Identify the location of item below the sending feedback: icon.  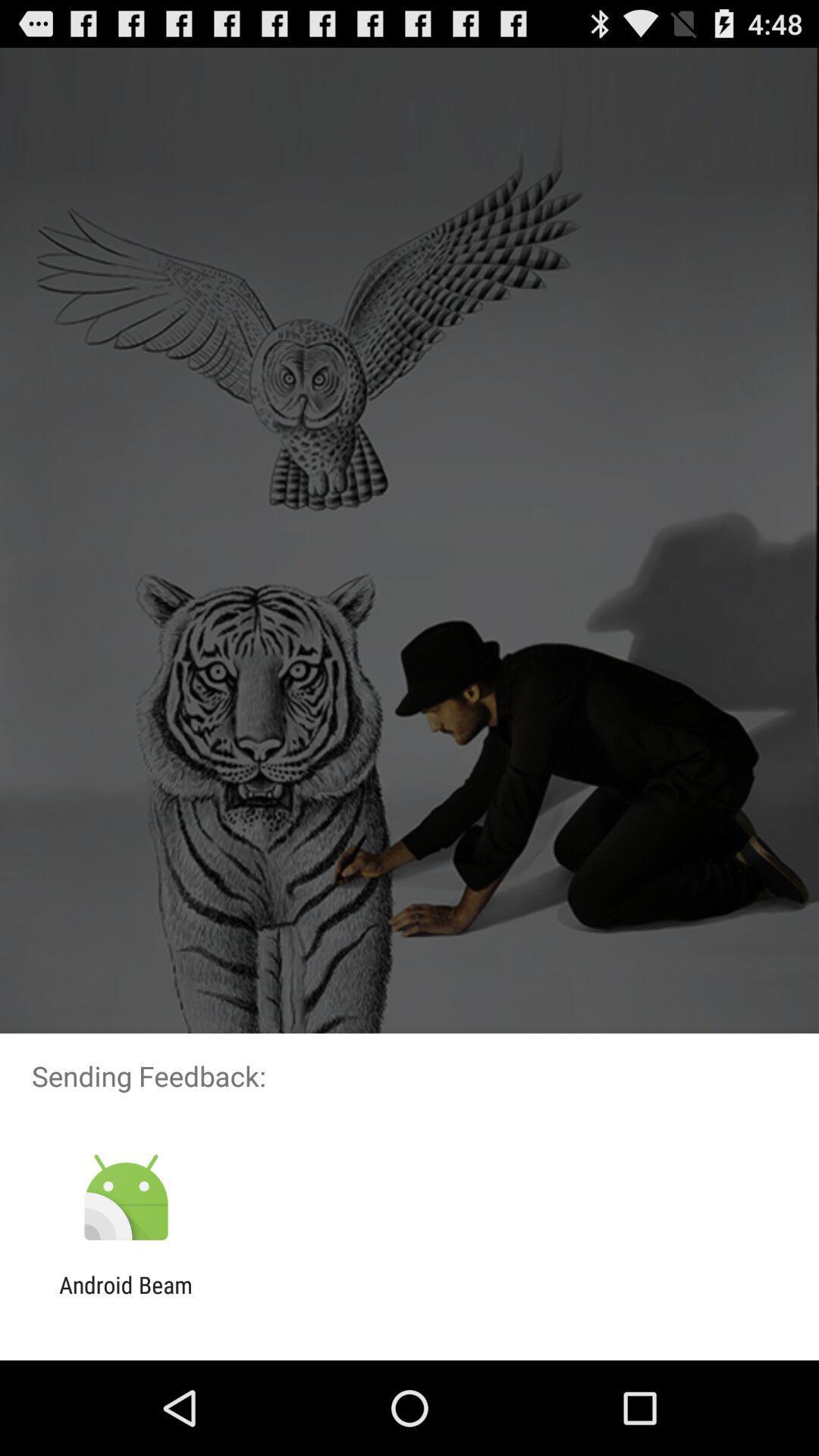
(125, 1197).